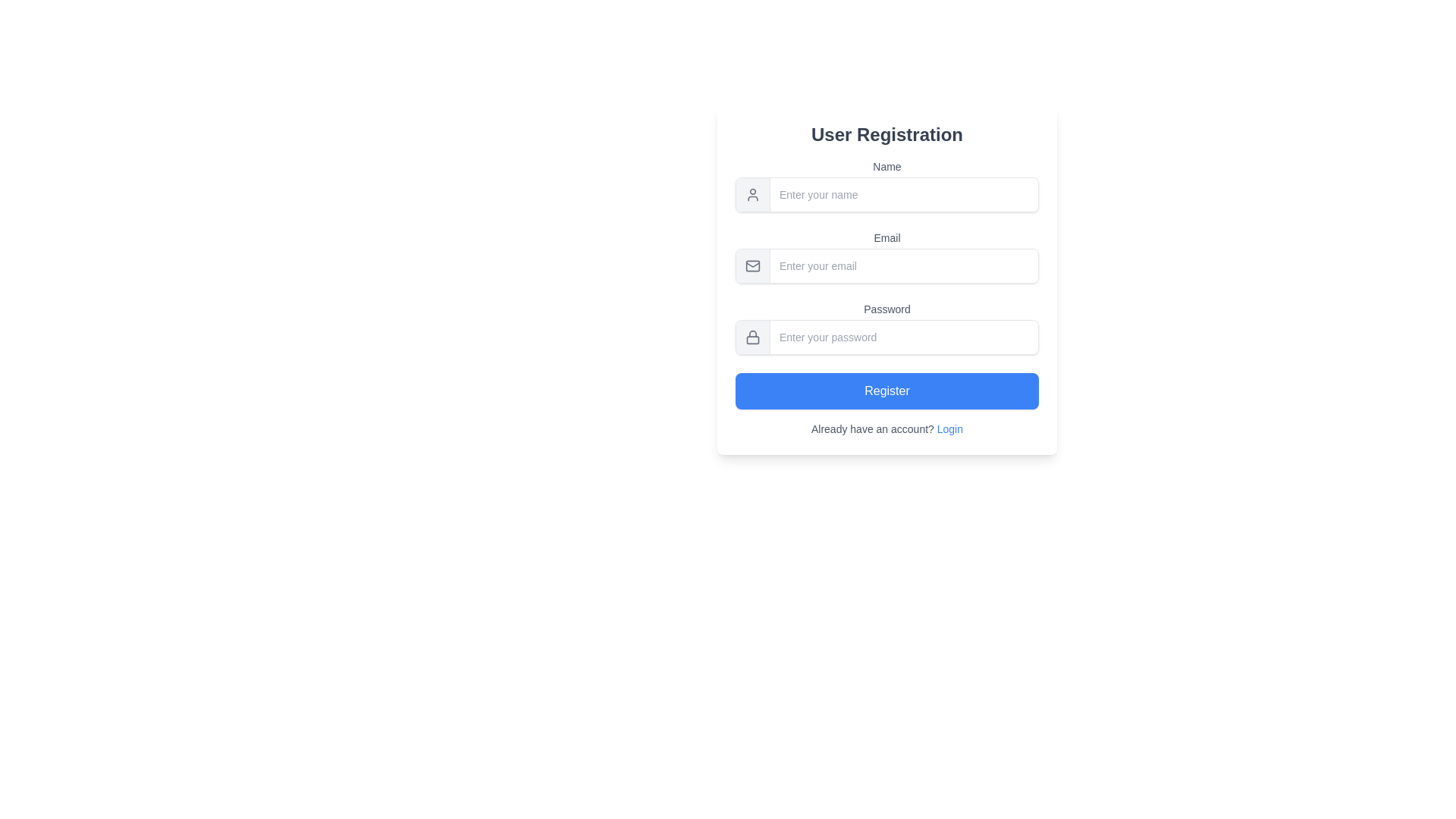  What do you see at coordinates (753, 194) in the screenshot?
I see `the decorative icon located on the left side of the 'Name' input field in the 'User Registration' form, which serves as a visual cue for the input field` at bounding box center [753, 194].